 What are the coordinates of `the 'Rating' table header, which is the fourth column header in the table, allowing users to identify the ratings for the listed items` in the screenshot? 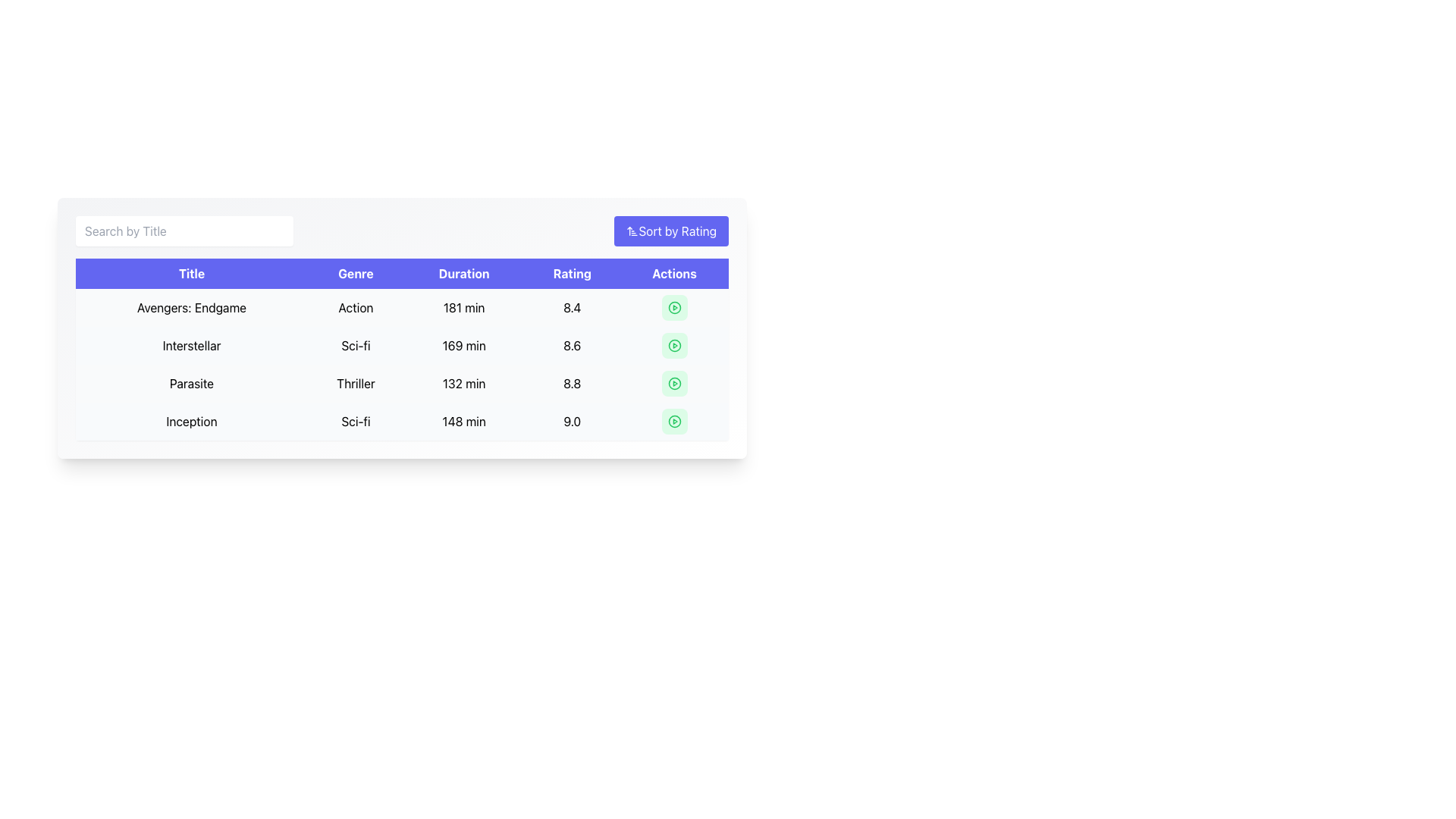 It's located at (571, 274).